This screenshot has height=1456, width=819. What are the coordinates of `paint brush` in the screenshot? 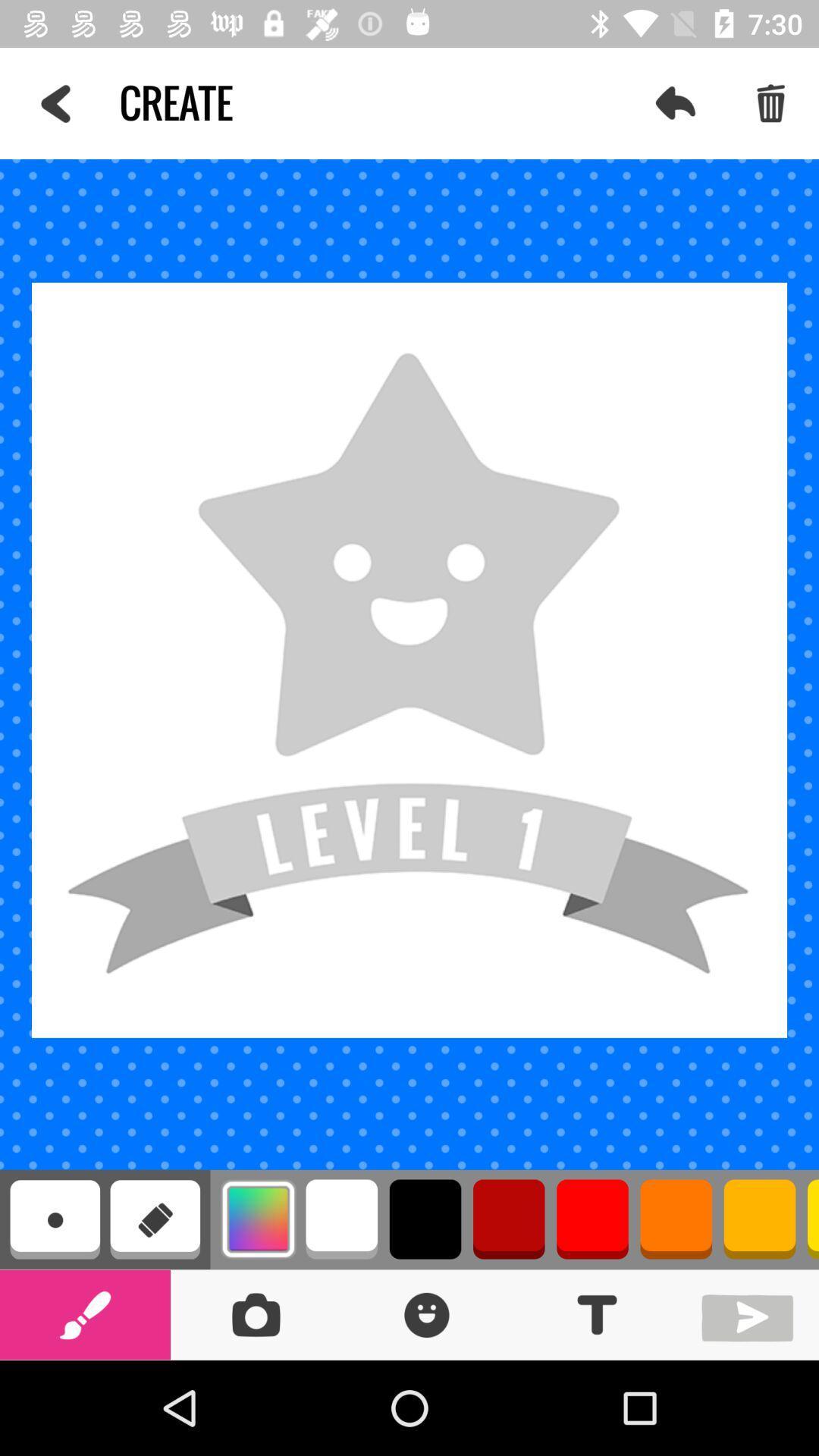 It's located at (85, 1313).